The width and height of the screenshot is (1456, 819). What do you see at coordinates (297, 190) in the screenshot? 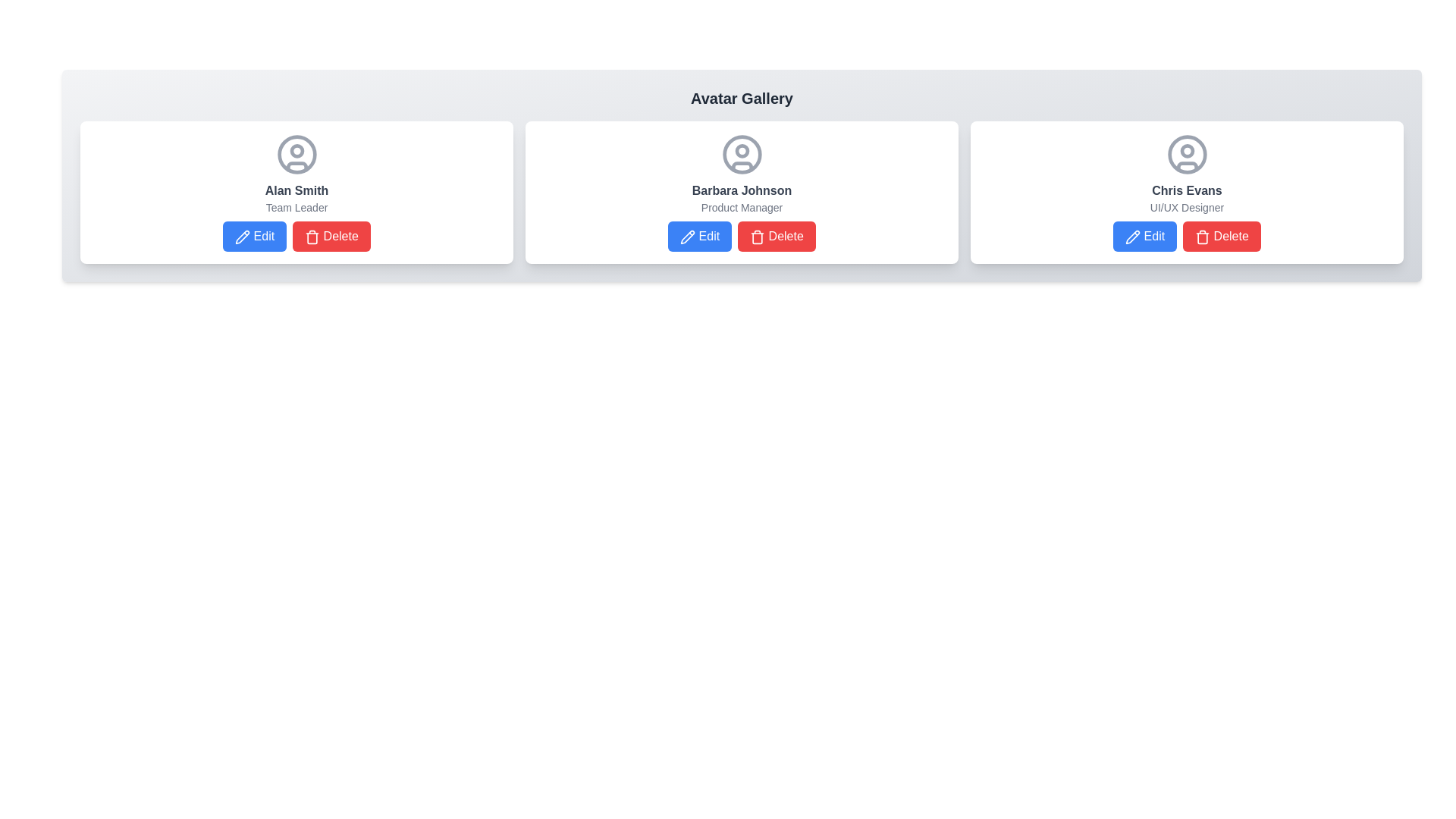
I see `the text label displaying 'Alan Smith' in bold dark gray font, located below the avatar icon and above the 'Team Leader' role description` at bounding box center [297, 190].